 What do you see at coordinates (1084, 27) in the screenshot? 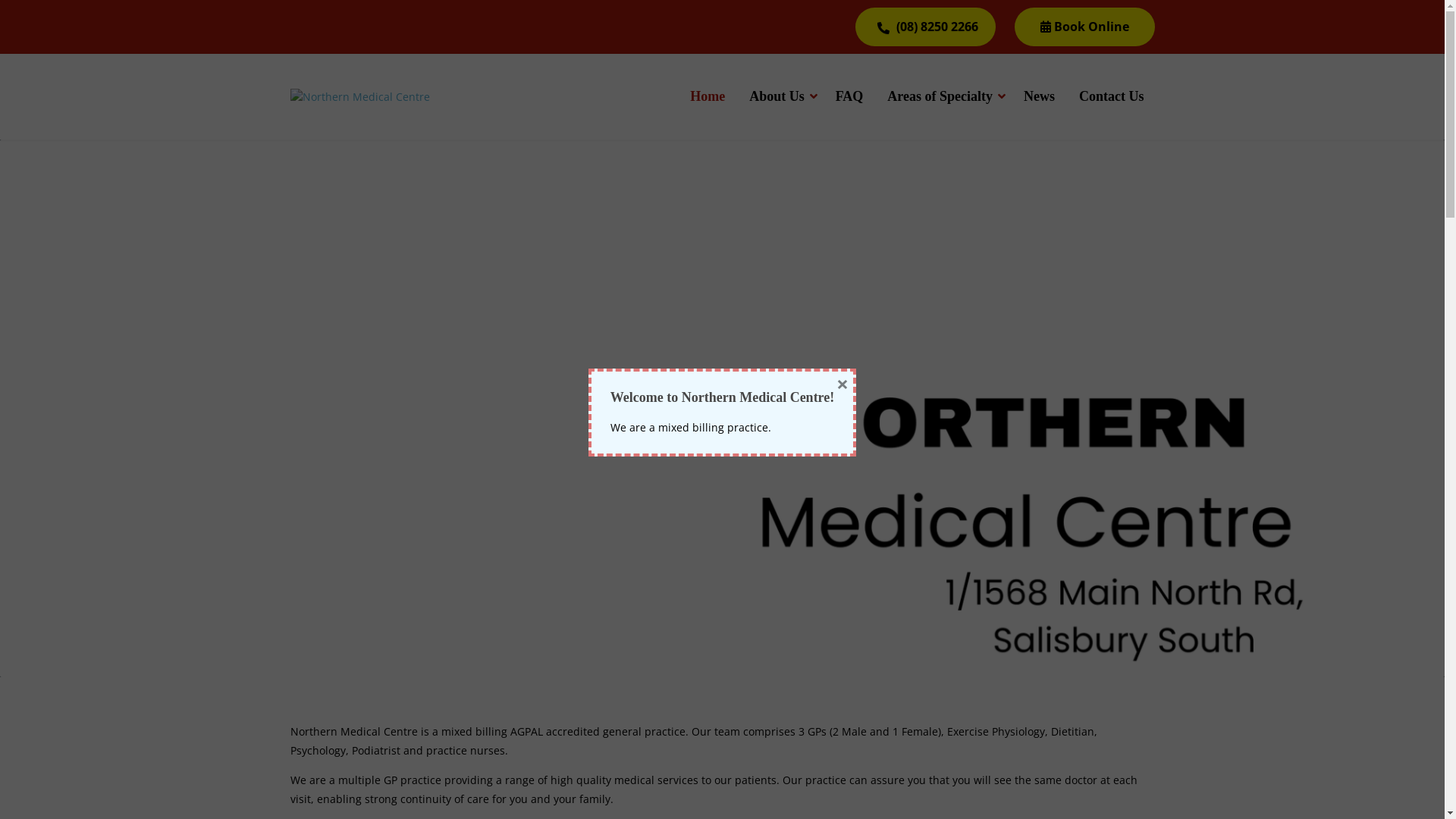
I see `'Book Online'` at bounding box center [1084, 27].